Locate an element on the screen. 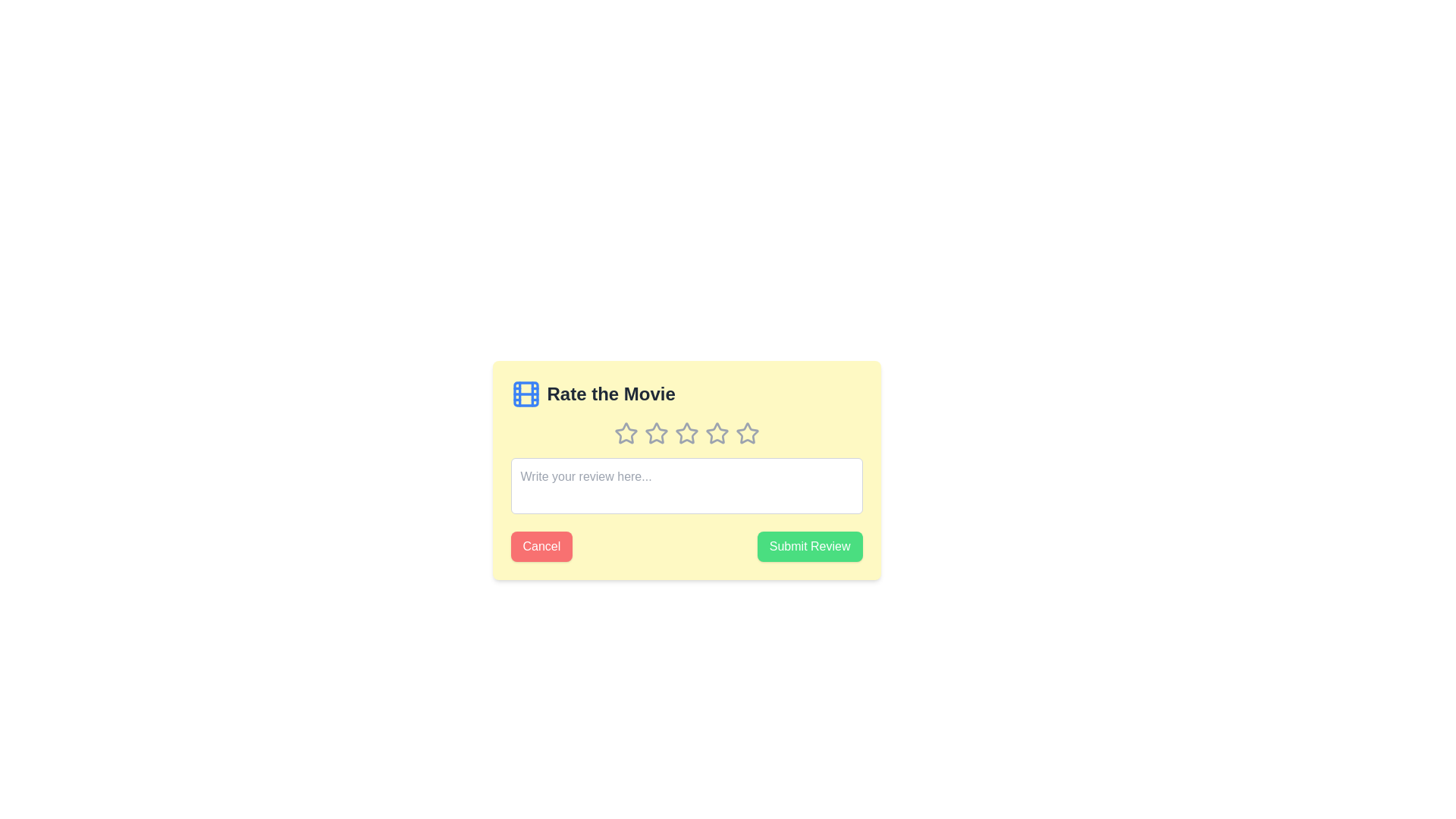 The height and width of the screenshot is (819, 1456). the second interactive star icon in the rating system is located at coordinates (656, 433).